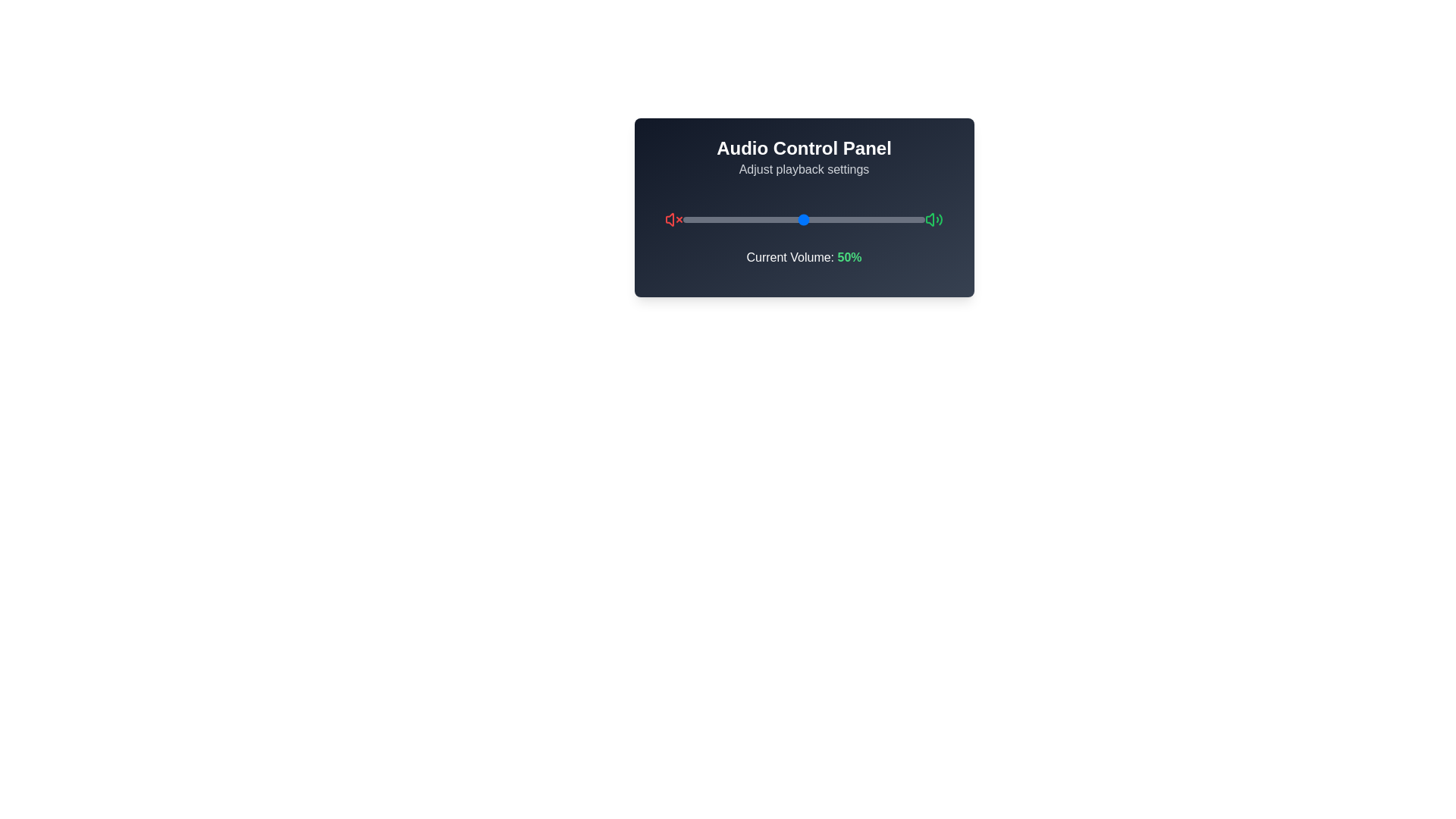 The width and height of the screenshot is (1456, 819). Describe the element at coordinates (775, 219) in the screenshot. I see `the volume slider to set the volume to 38%` at that location.